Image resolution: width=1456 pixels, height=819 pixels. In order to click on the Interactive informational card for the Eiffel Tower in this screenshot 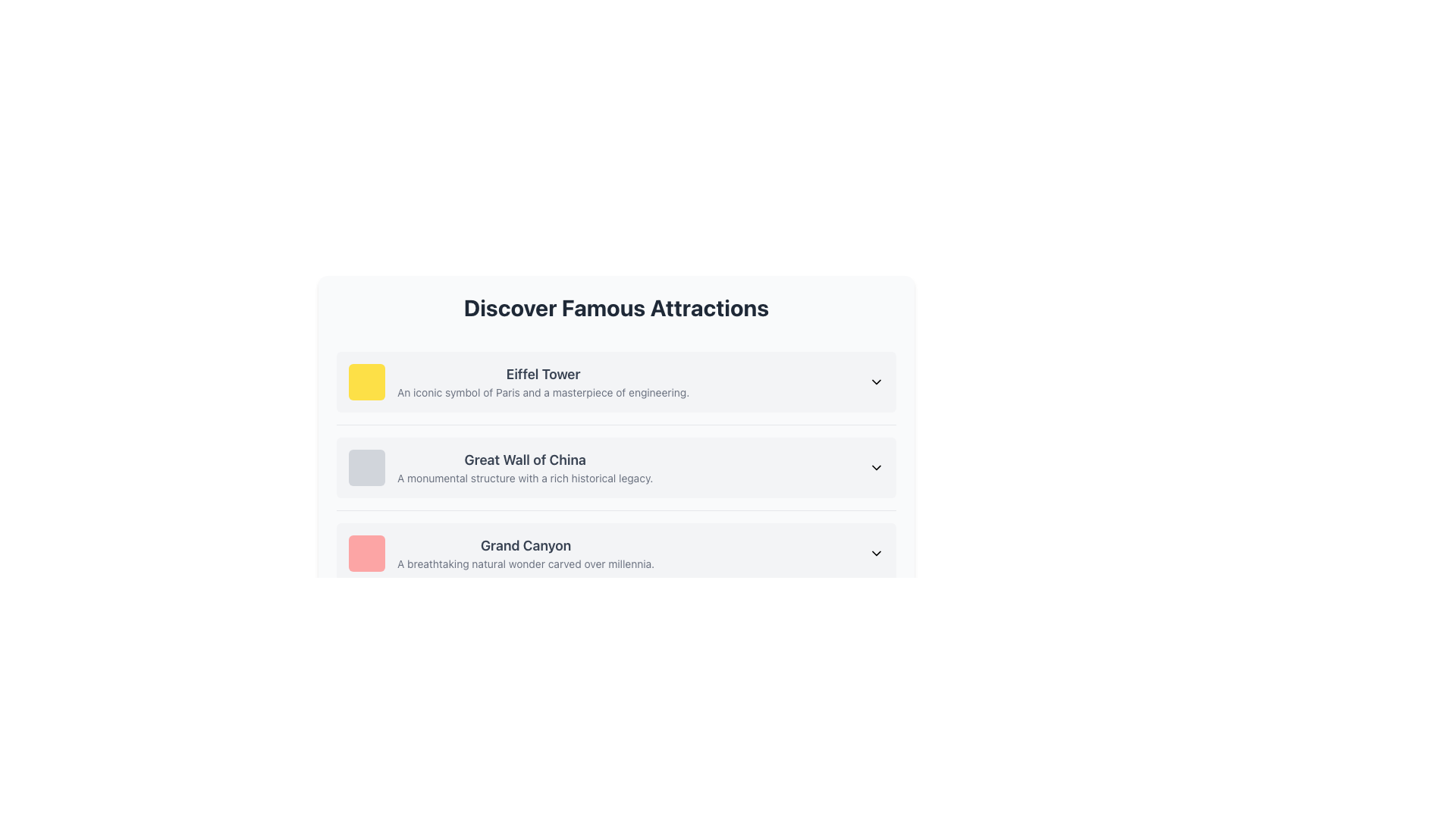, I will do `click(616, 405)`.